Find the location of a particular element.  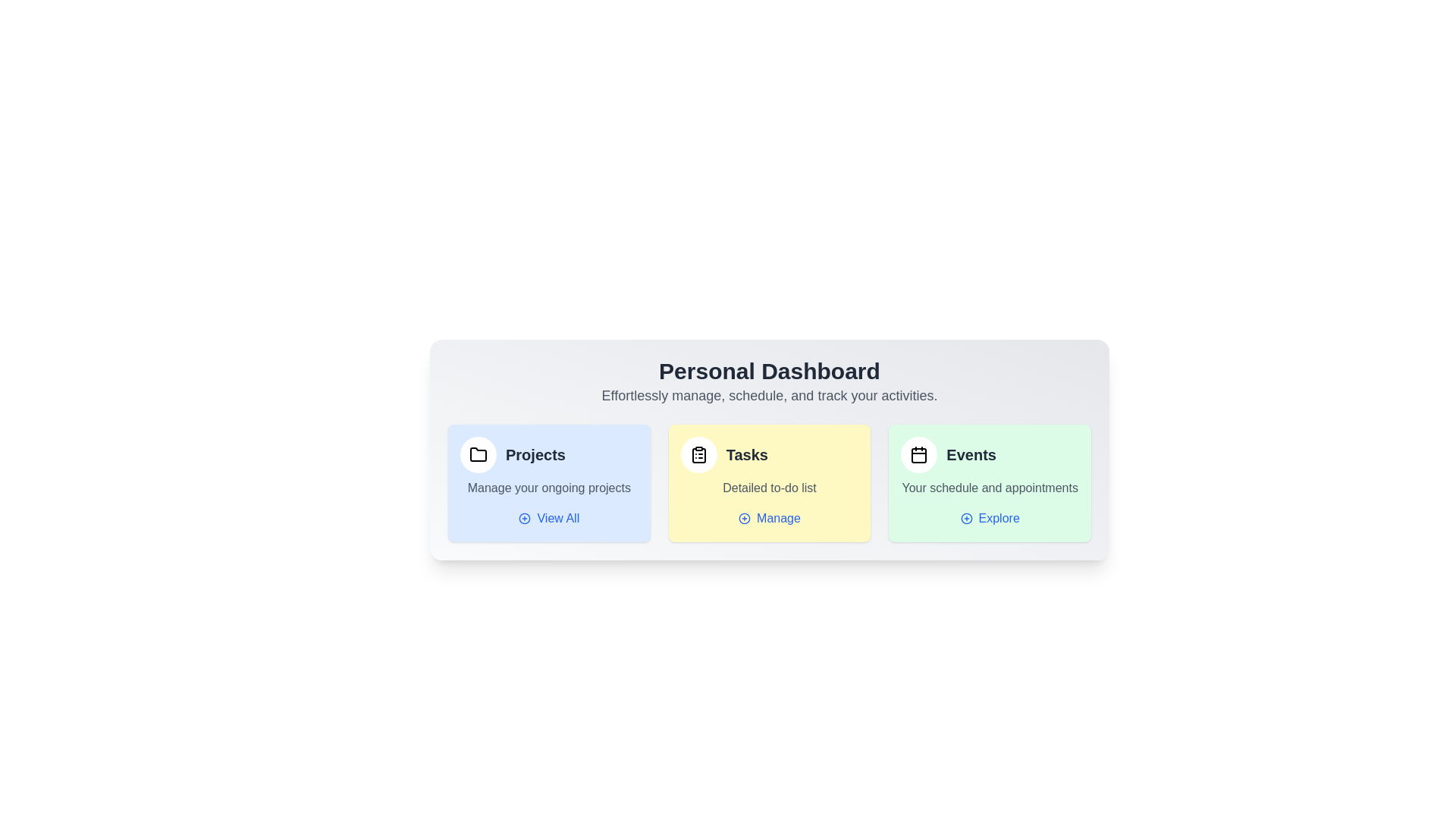

'View All' button under the 'Projects' section is located at coordinates (548, 517).